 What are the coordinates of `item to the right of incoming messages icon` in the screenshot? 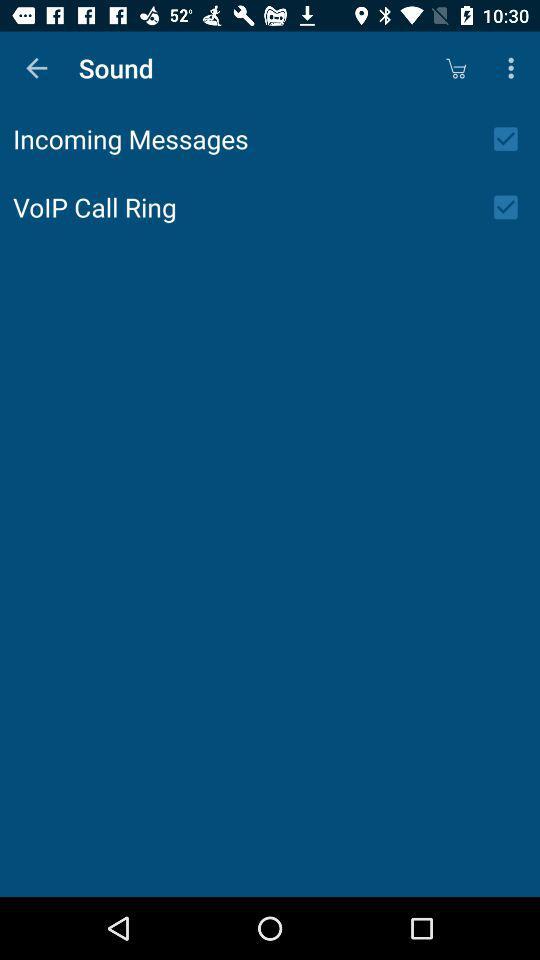 It's located at (512, 138).